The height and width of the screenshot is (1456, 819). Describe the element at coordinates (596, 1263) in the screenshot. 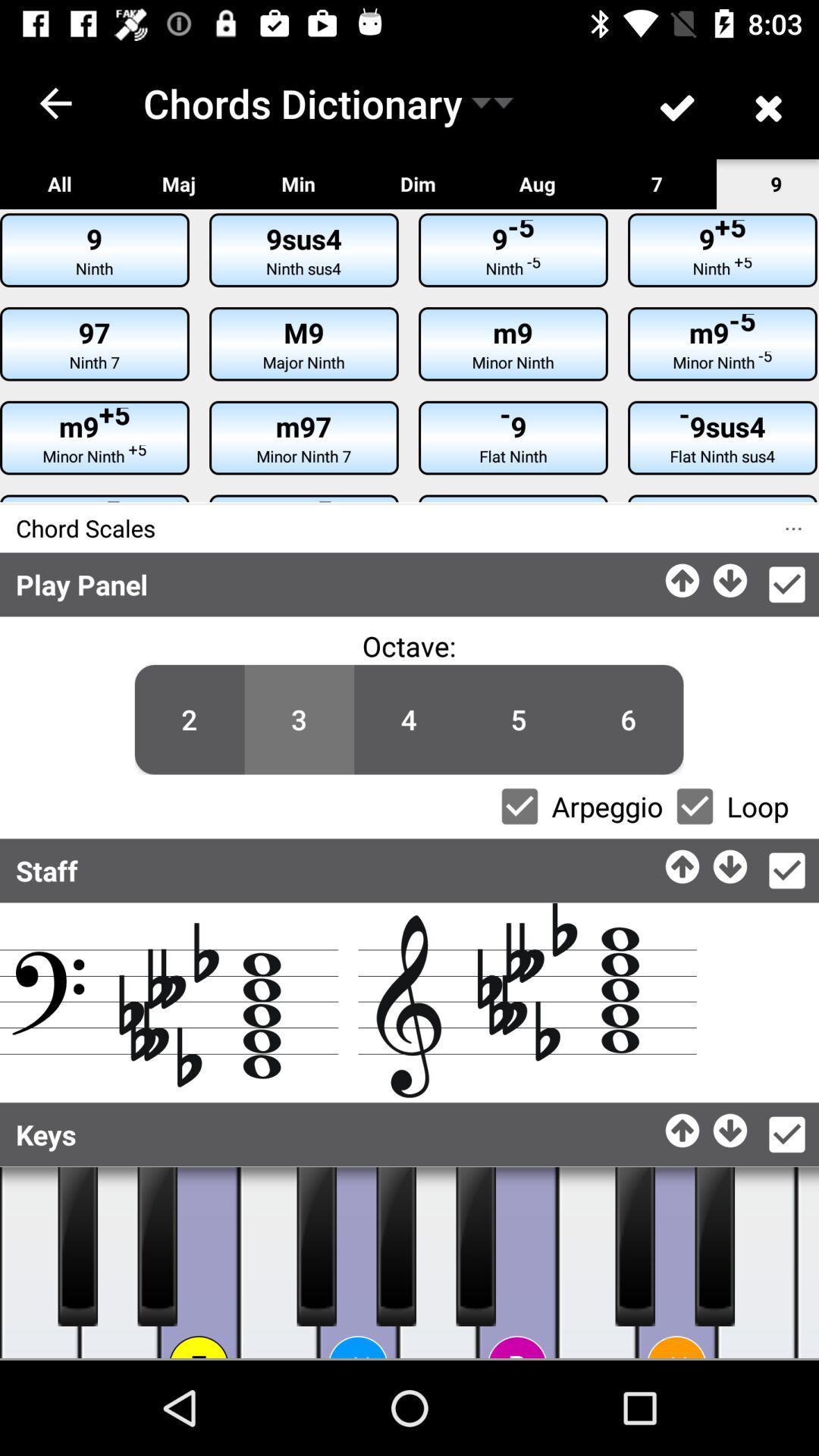

I see `one of piano keys` at that location.